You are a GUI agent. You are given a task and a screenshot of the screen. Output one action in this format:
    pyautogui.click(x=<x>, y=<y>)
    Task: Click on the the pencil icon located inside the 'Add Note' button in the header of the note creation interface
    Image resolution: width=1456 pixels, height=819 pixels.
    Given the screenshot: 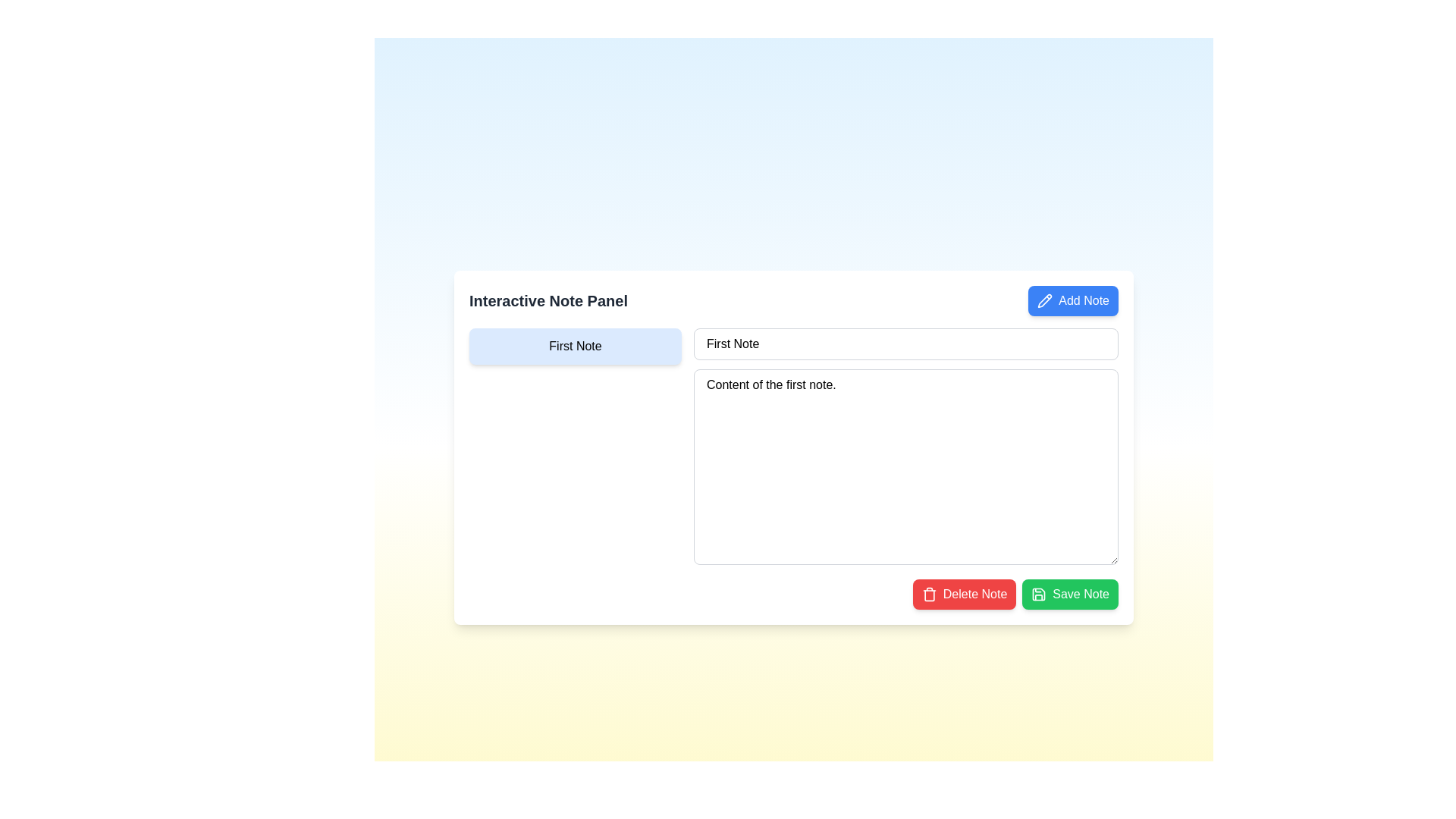 What is the action you would take?
    pyautogui.click(x=1044, y=300)
    